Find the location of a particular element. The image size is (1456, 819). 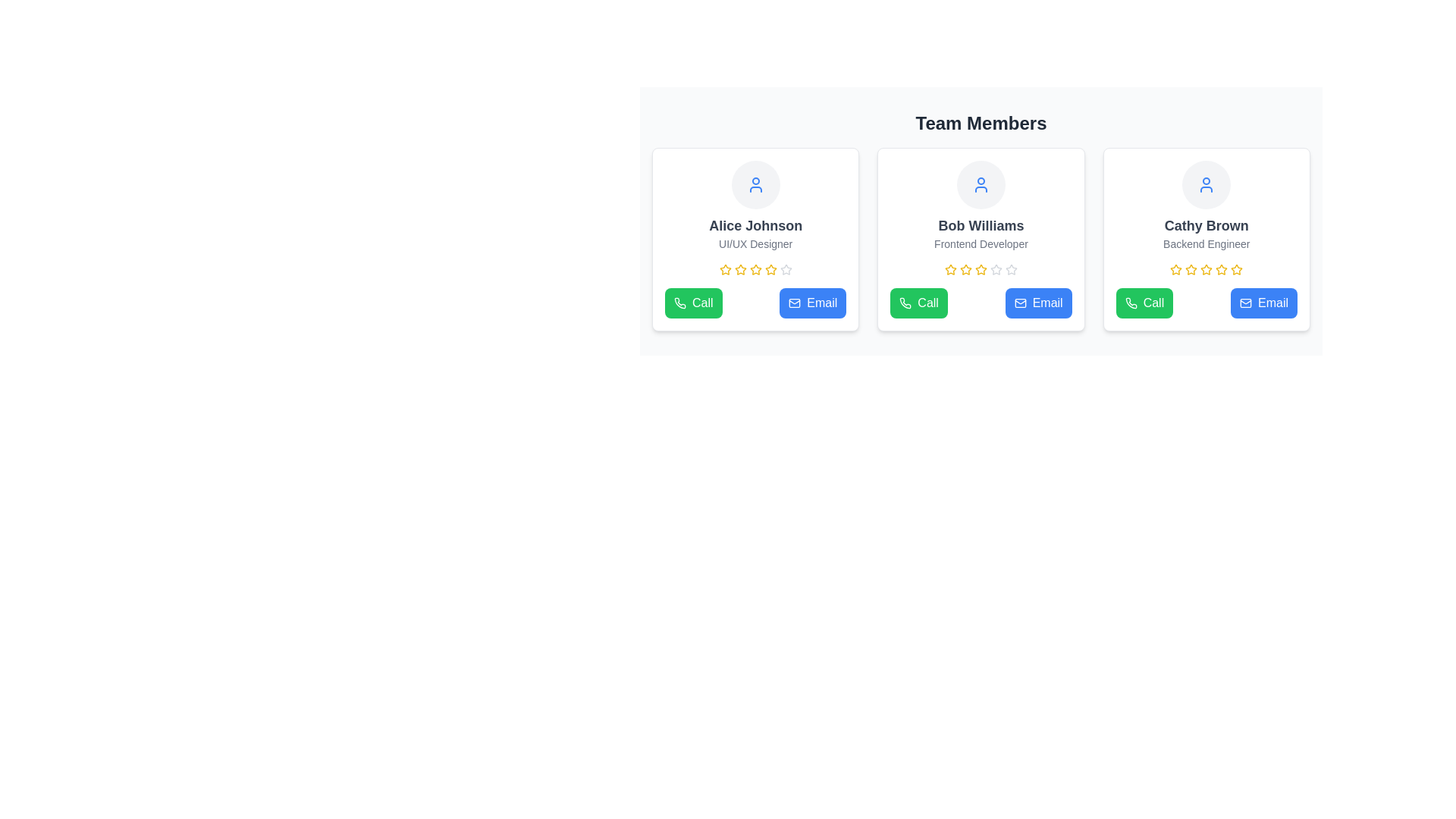

the icon representing 'Cathy Brown', which is located in the top section of her card, centrally aligned above her name and title within the 'Team Members' section is located at coordinates (1206, 184).